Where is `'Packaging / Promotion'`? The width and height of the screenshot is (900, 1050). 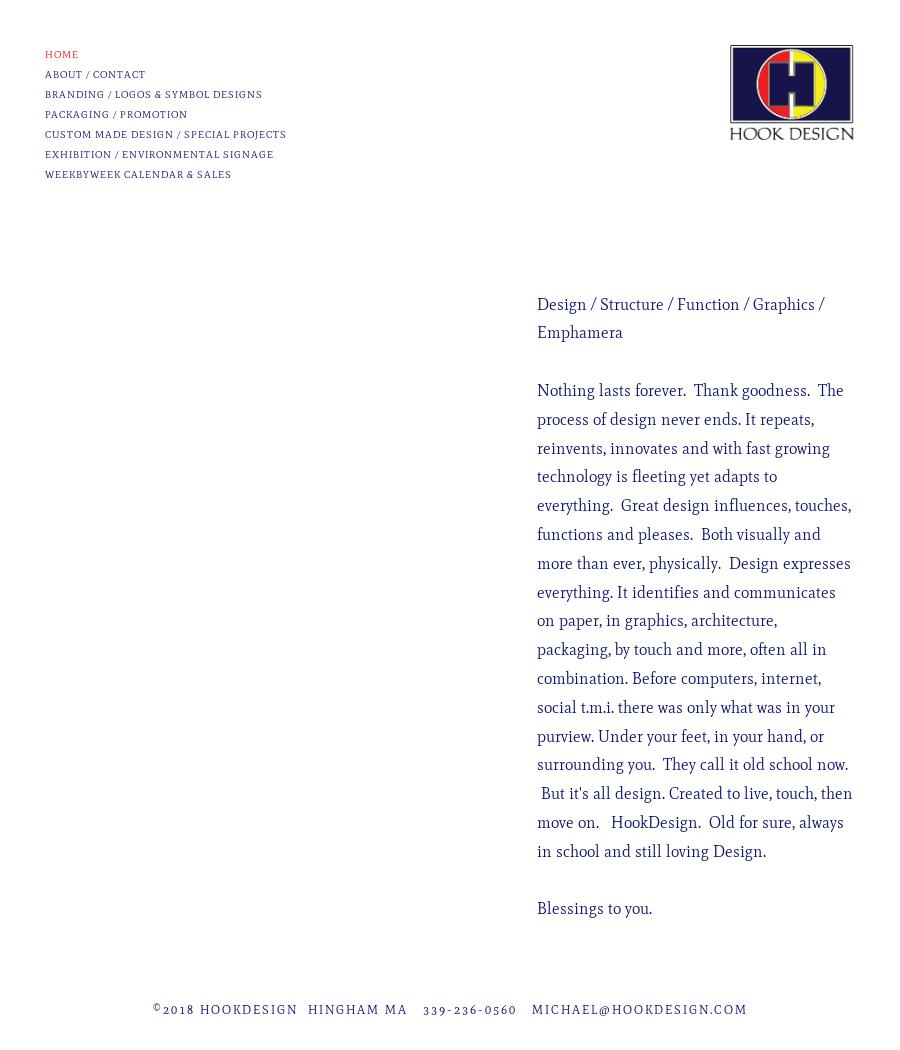 'Packaging / Promotion' is located at coordinates (116, 113).